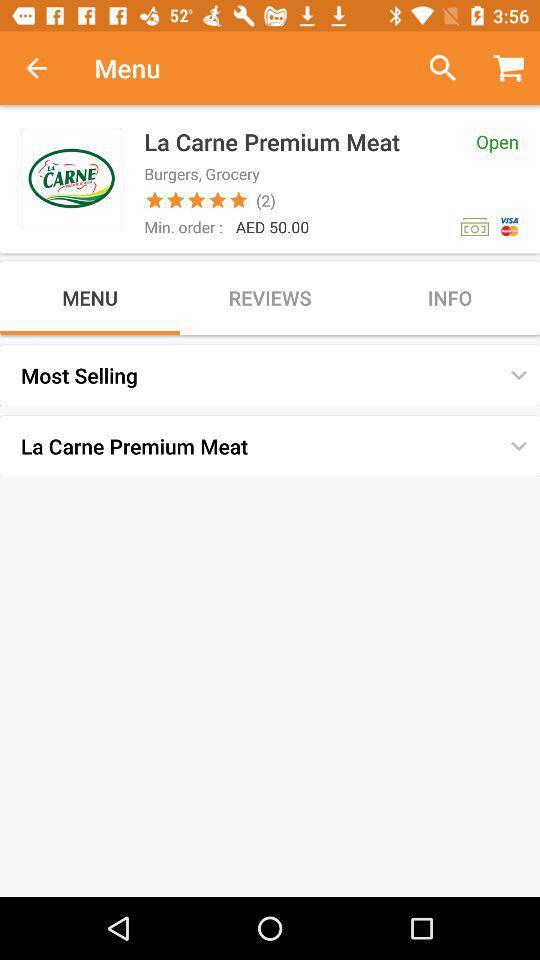 Image resolution: width=540 pixels, height=960 pixels. I want to click on the item next to menu, so click(434, 68).